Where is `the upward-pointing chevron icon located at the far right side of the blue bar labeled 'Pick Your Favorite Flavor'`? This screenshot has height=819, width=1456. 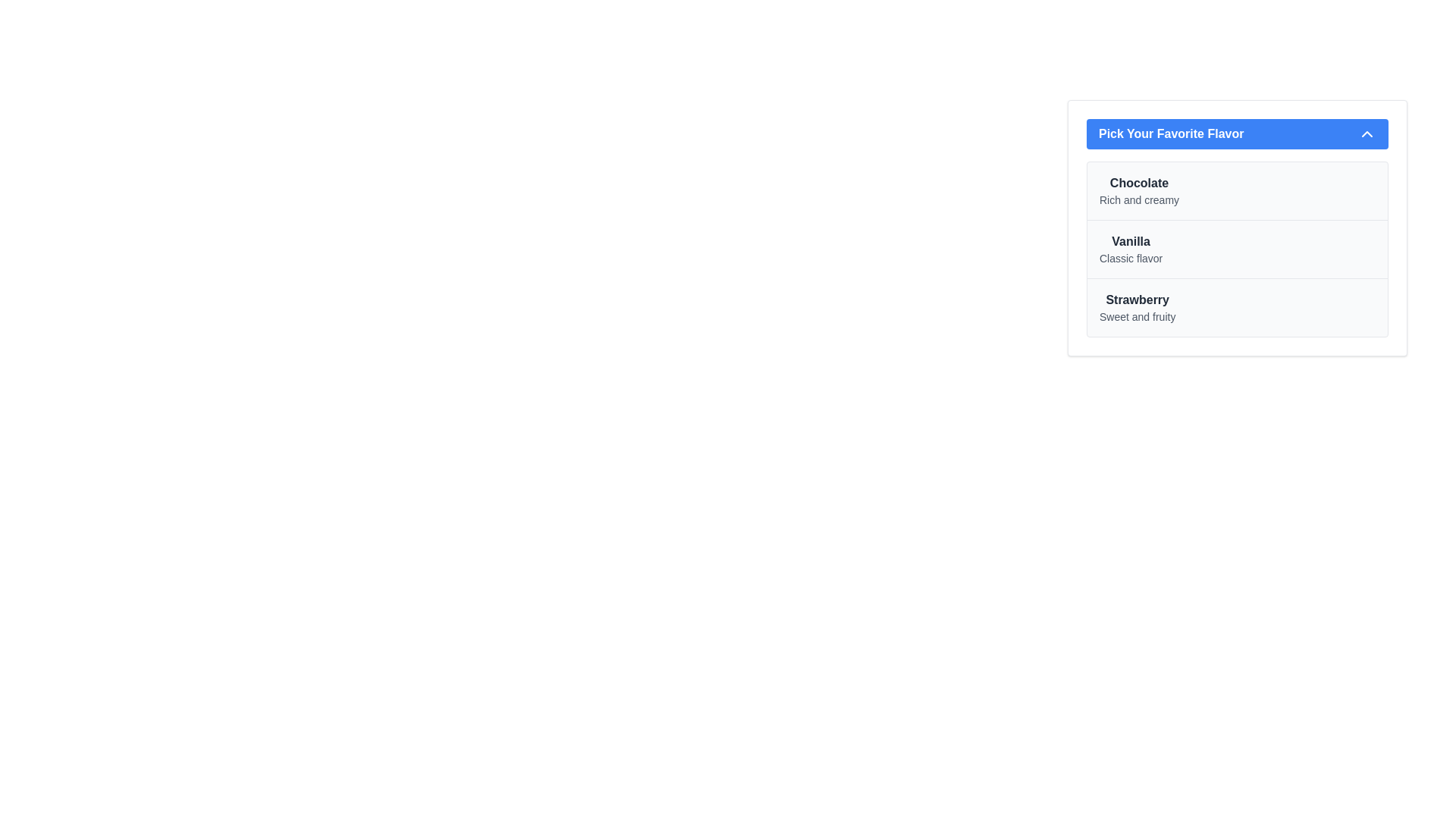
the upward-pointing chevron icon located at the far right side of the blue bar labeled 'Pick Your Favorite Flavor' is located at coordinates (1367, 133).